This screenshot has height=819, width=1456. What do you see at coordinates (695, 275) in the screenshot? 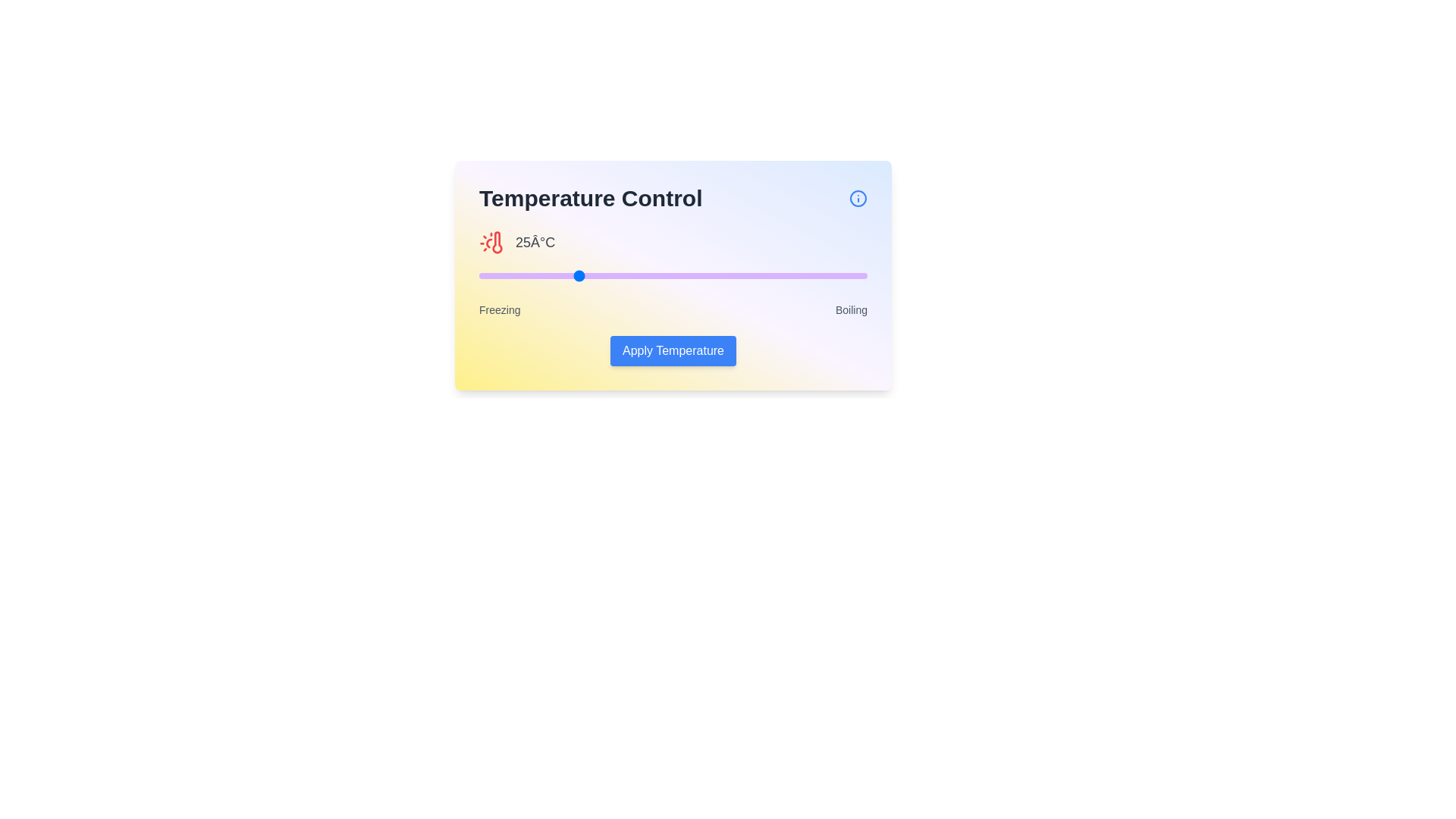
I see `the temperature slider to 56 percent` at bounding box center [695, 275].